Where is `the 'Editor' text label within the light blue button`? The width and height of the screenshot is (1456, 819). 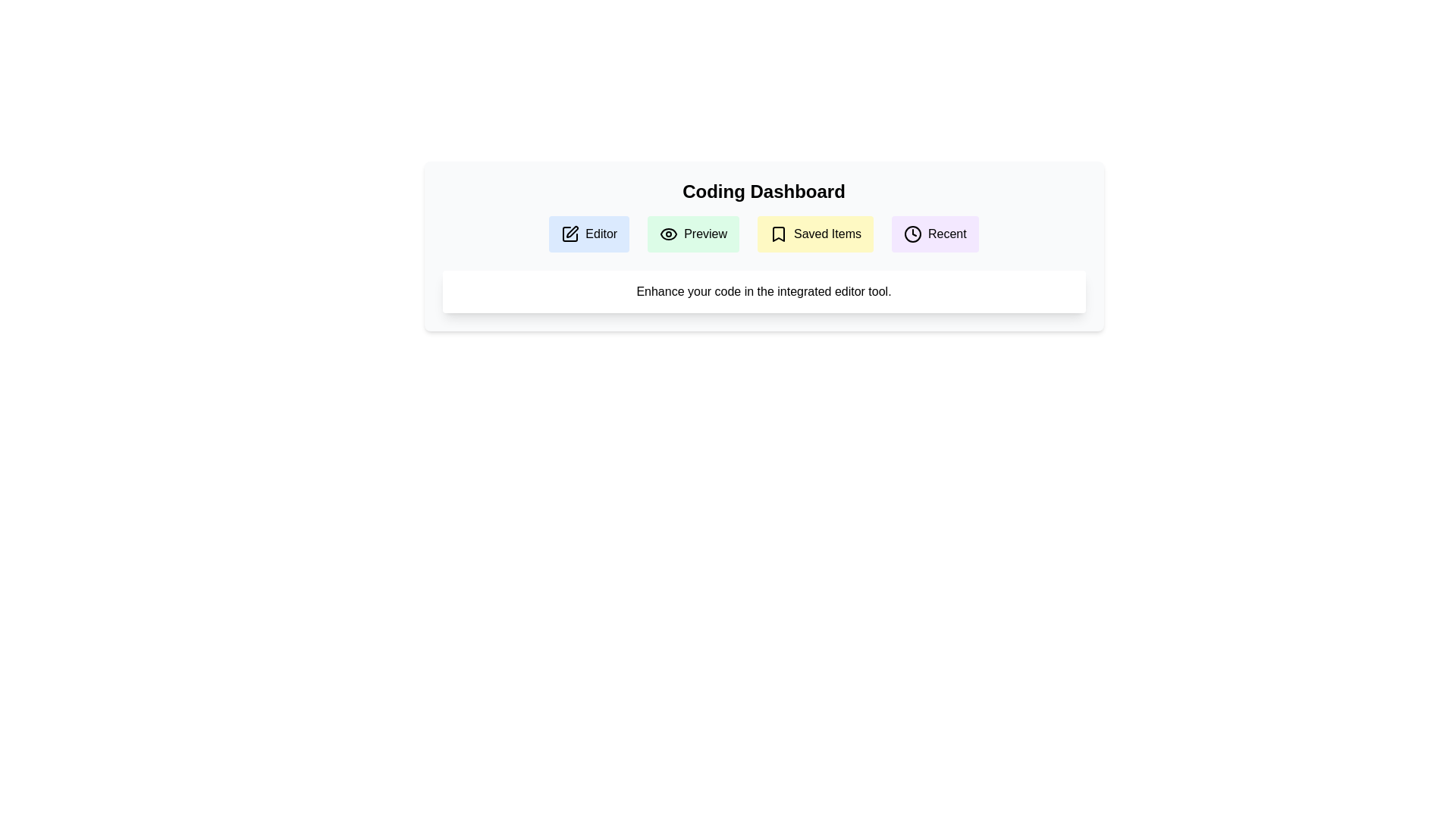
the 'Editor' text label within the light blue button is located at coordinates (601, 234).